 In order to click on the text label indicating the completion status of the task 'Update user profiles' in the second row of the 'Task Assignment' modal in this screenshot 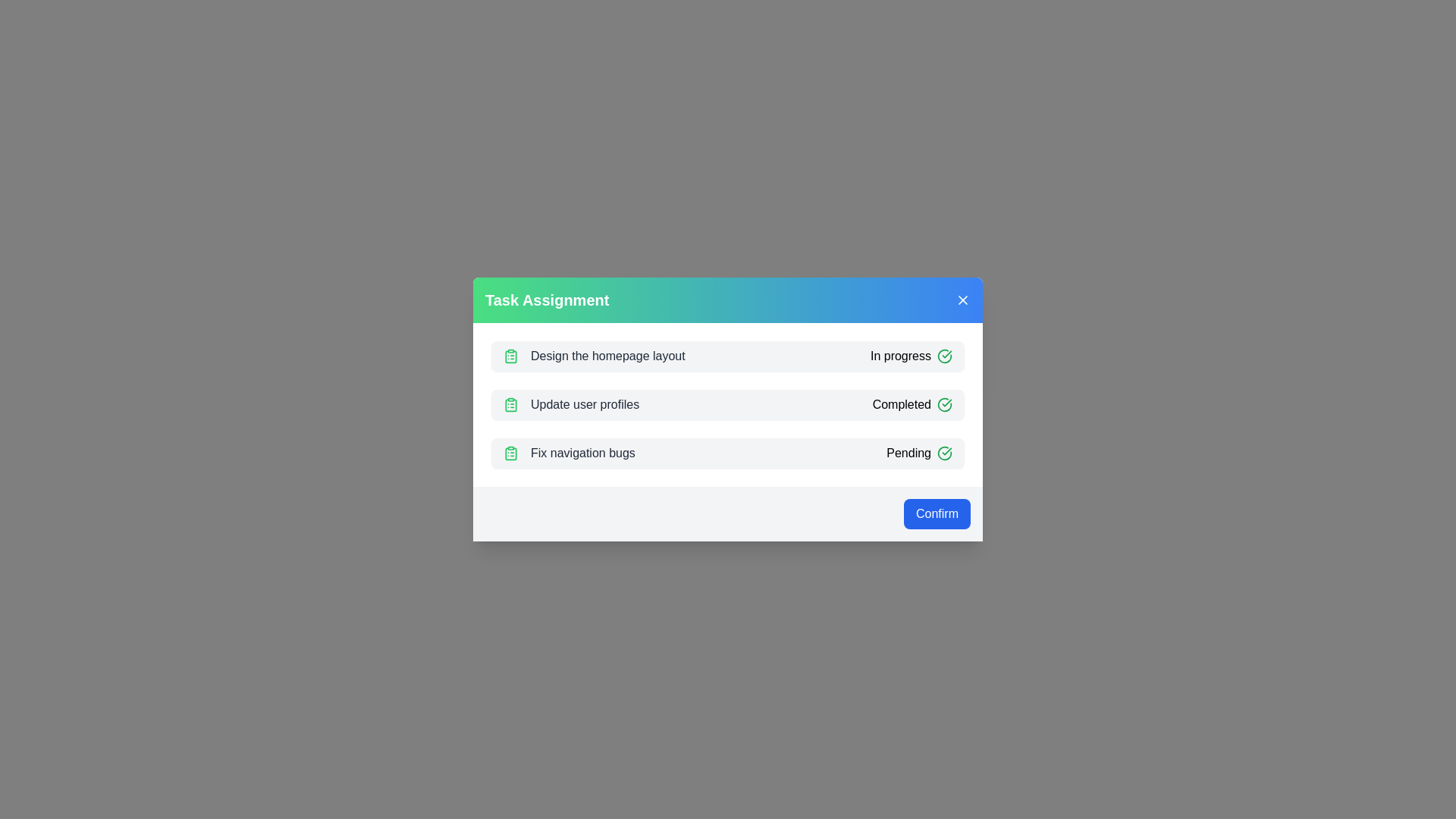, I will do `click(902, 403)`.